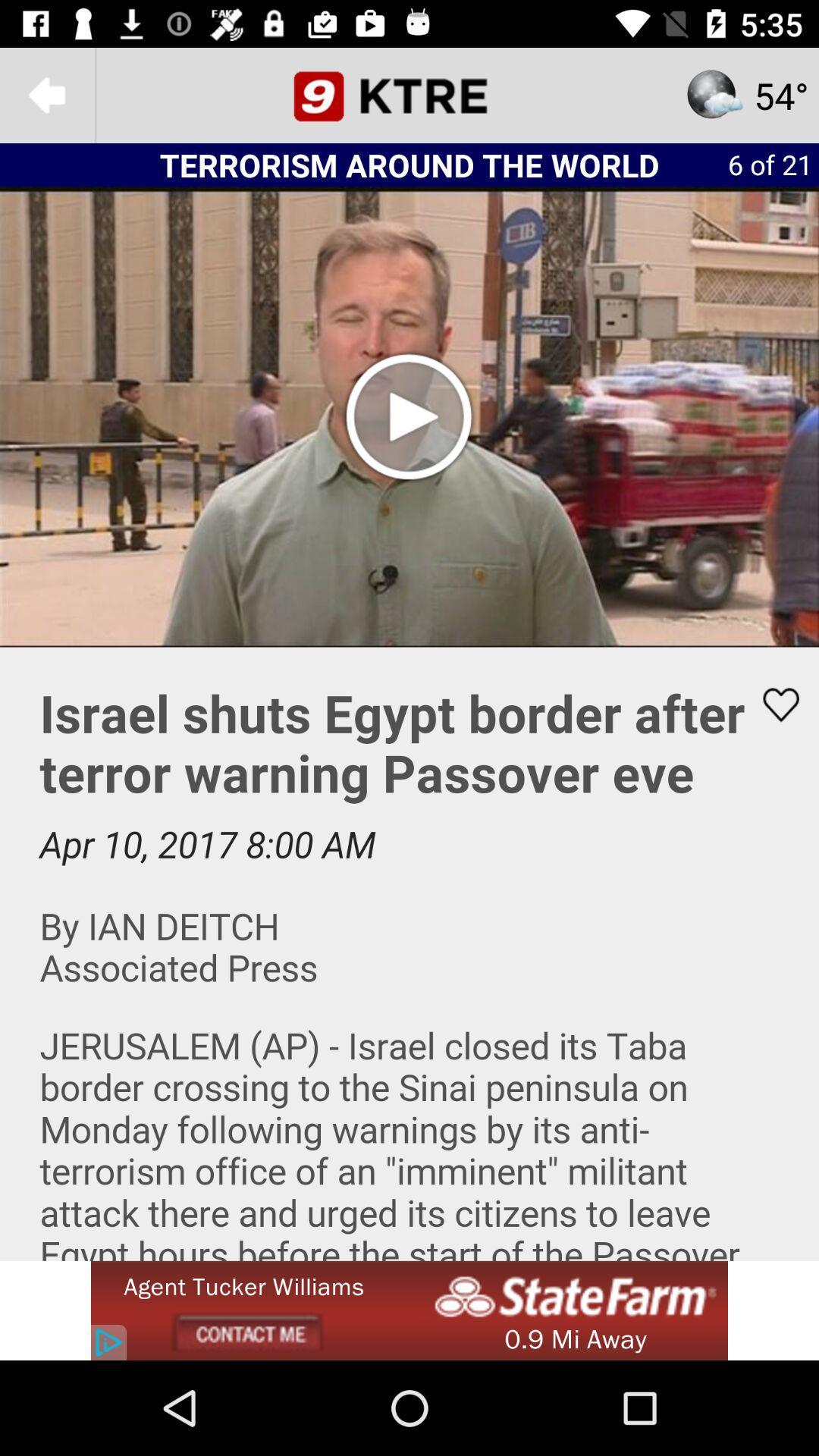 The height and width of the screenshot is (1456, 819). Describe the element at coordinates (771, 704) in the screenshot. I see `the article` at that location.